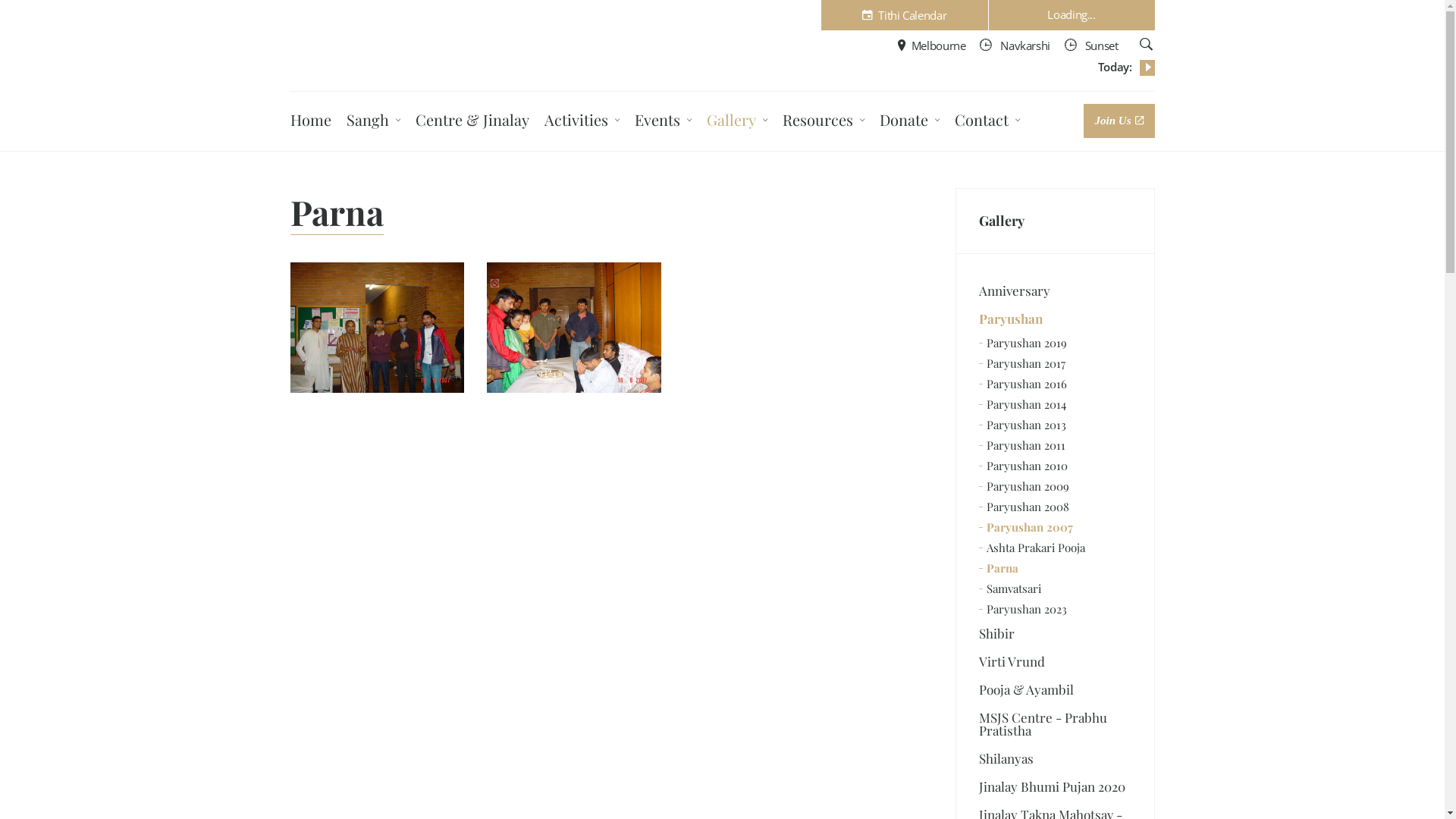 Image resolution: width=1456 pixels, height=819 pixels. I want to click on 'MSJS Centre - Prabhu Pratistha', so click(1054, 723).